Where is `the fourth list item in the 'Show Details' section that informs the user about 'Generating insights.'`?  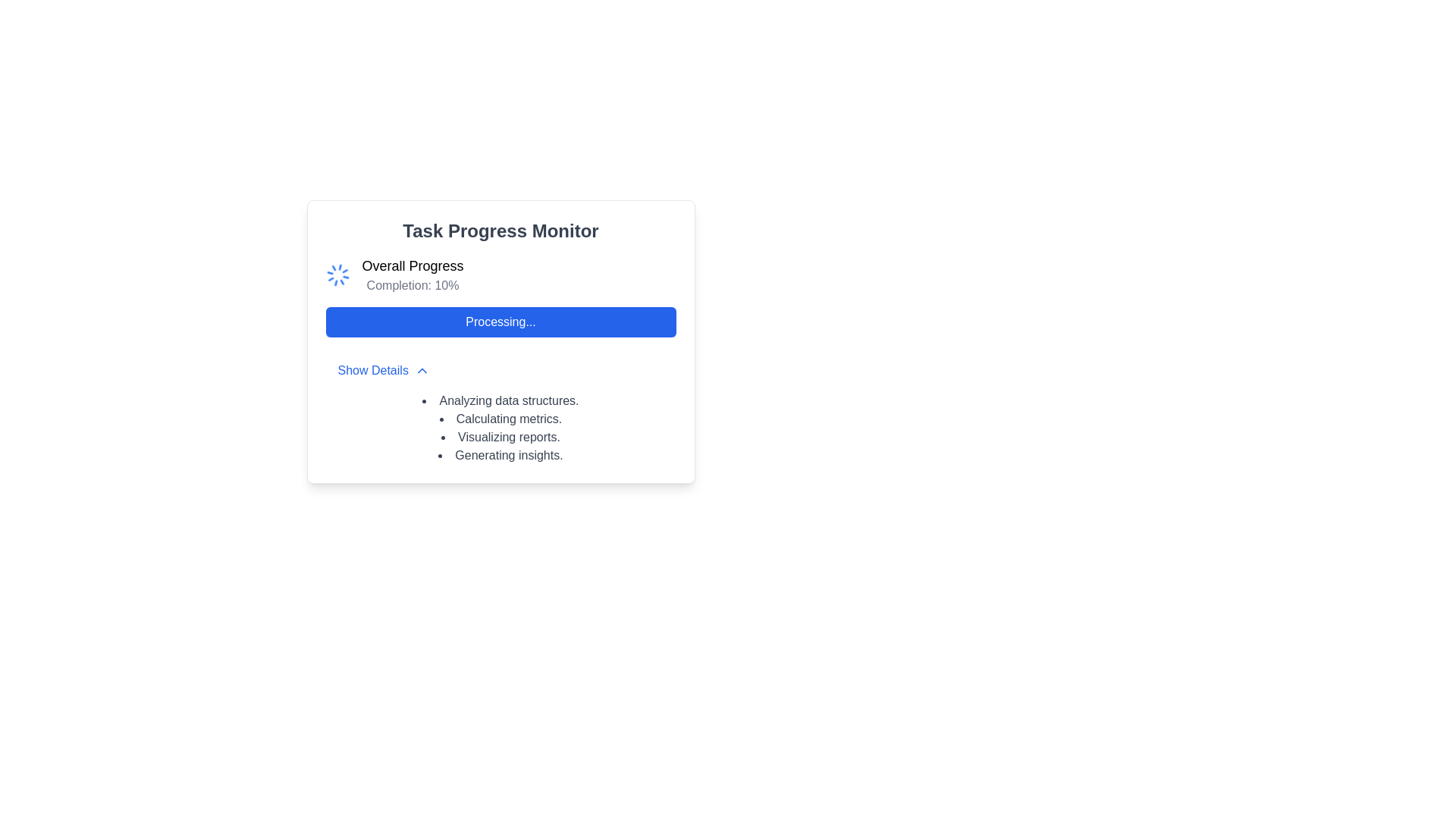 the fourth list item in the 'Show Details' section that informs the user about 'Generating insights.' is located at coordinates (500, 455).